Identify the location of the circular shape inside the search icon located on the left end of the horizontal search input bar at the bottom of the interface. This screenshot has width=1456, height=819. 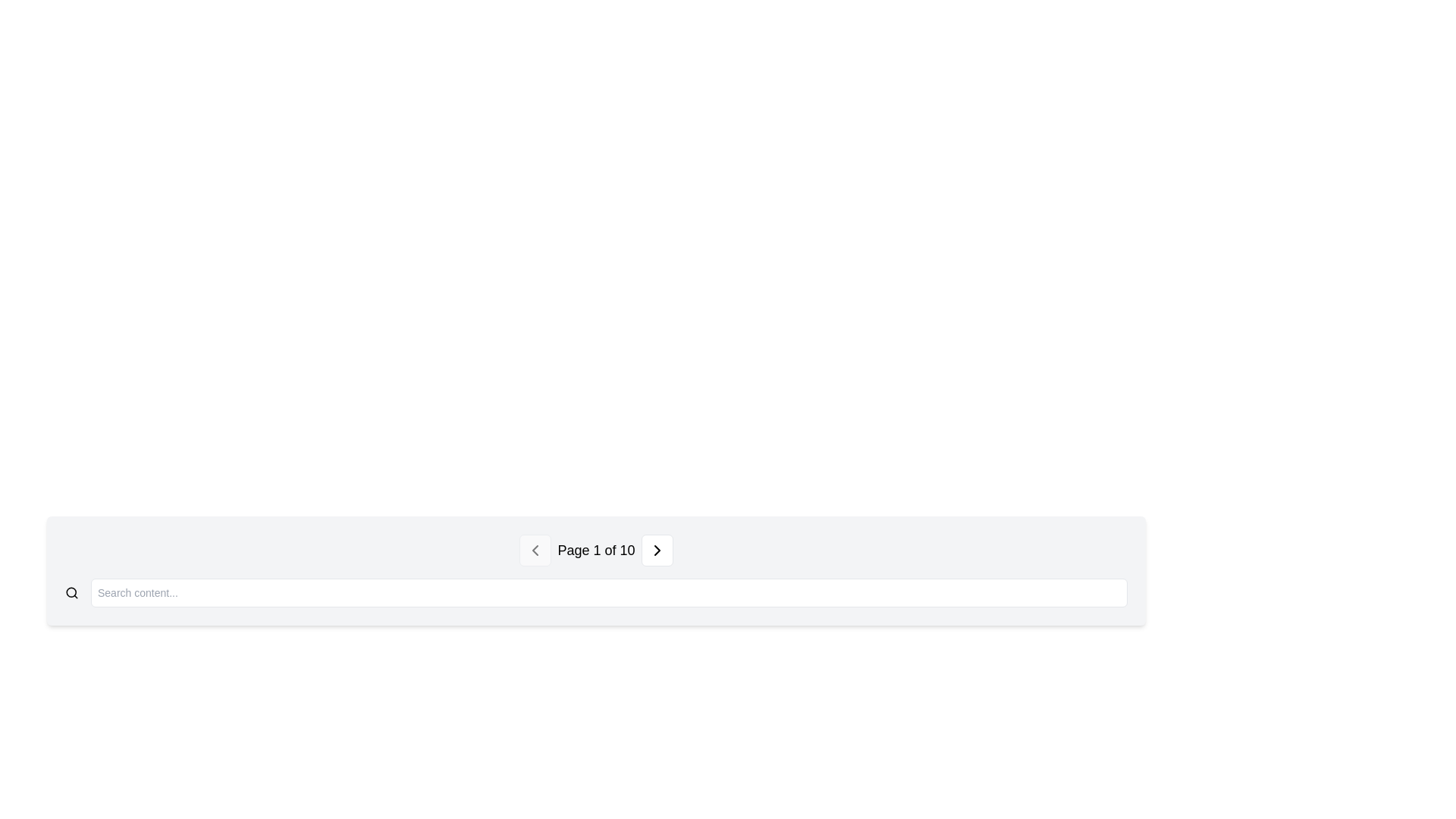
(71, 591).